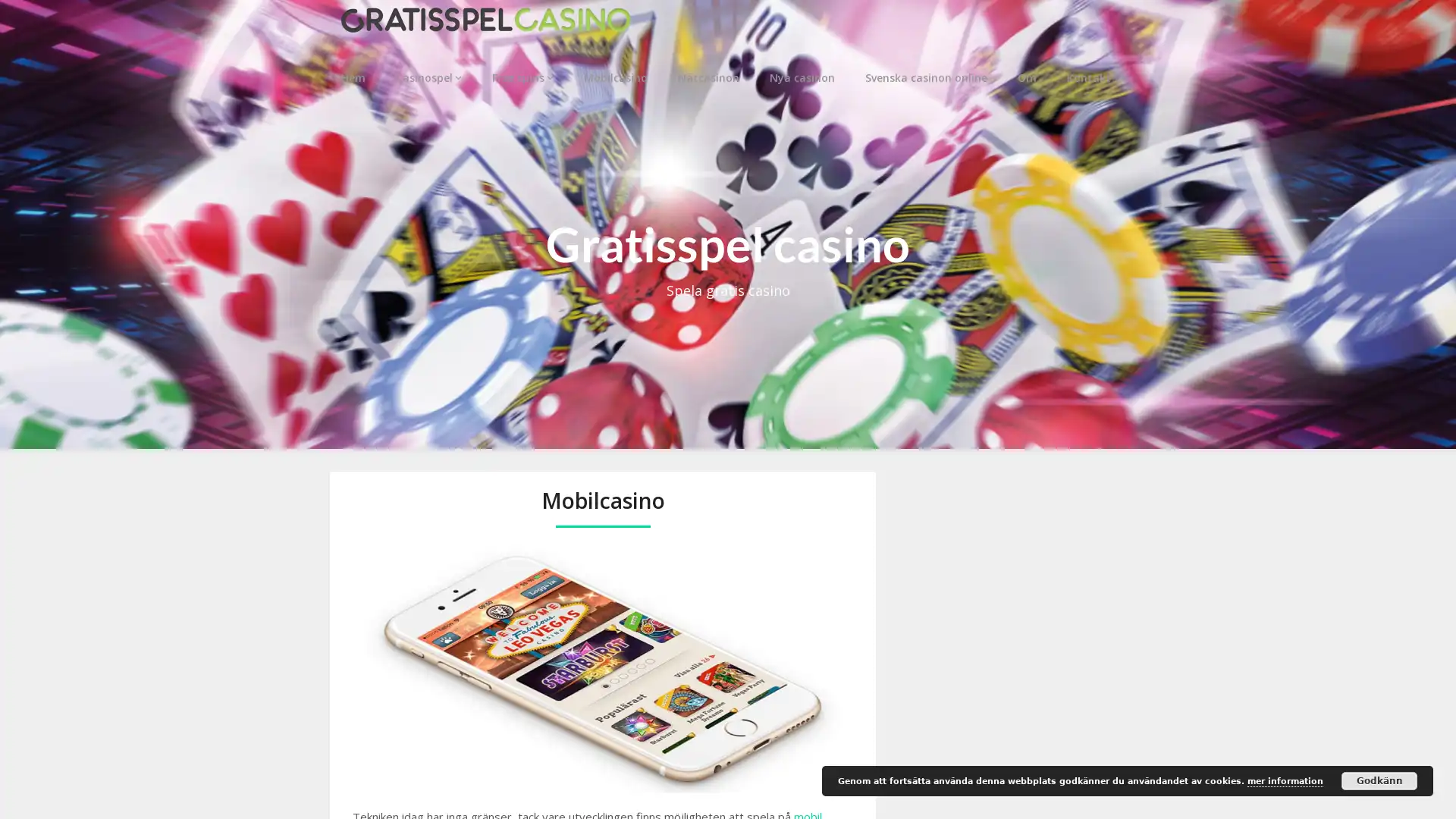 The width and height of the screenshot is (1456, 819). What do you see at coordinates (1379, 780) in the screenshot?
I see `Godkann` at bounding box center [1379, 780].